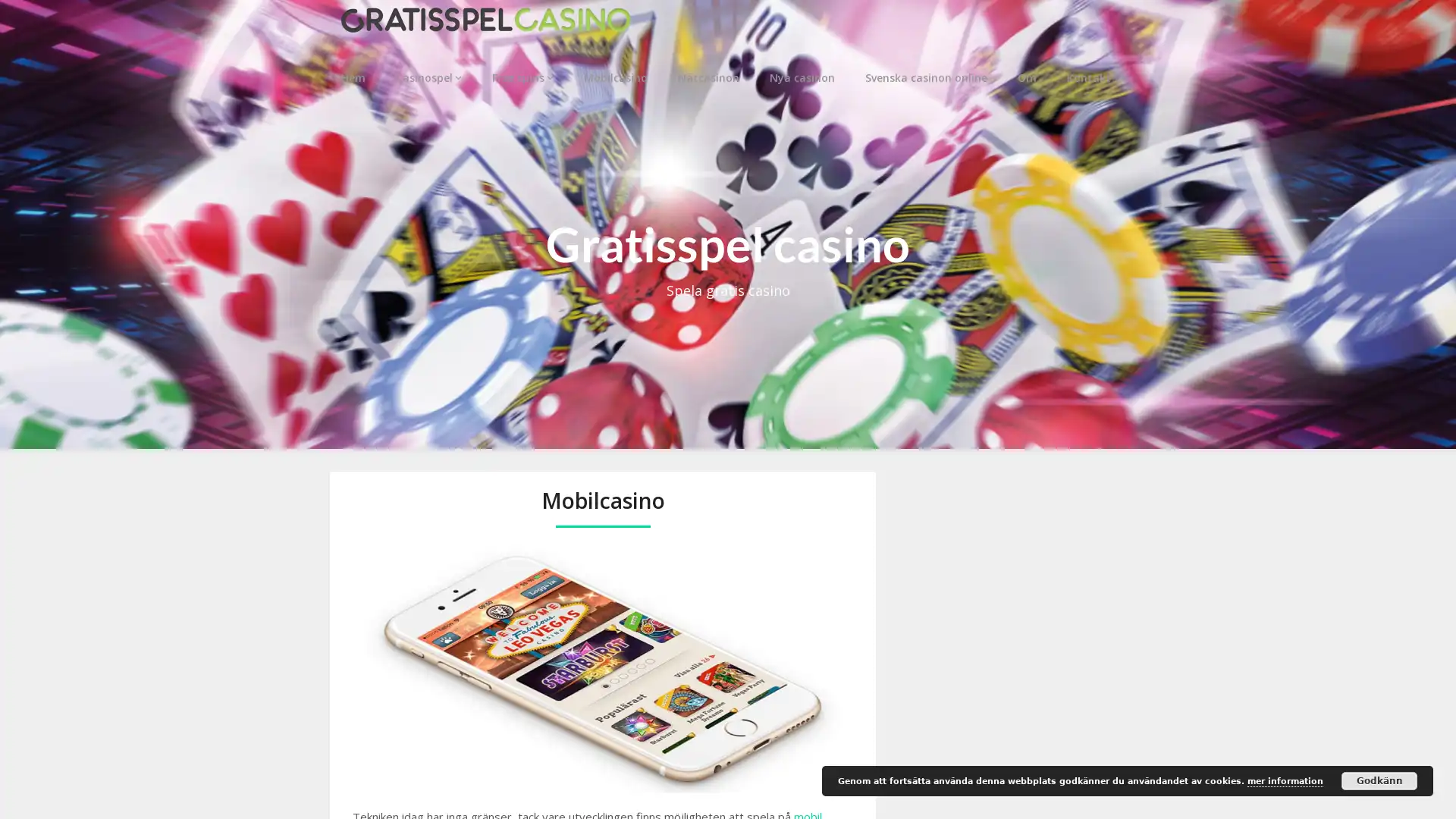 The width and height of the screenshot is (1456, 819). What do you see at coordinates (1379, 780) in the screenshot?
I see `Godkann` at bounding box center [1379, 780].